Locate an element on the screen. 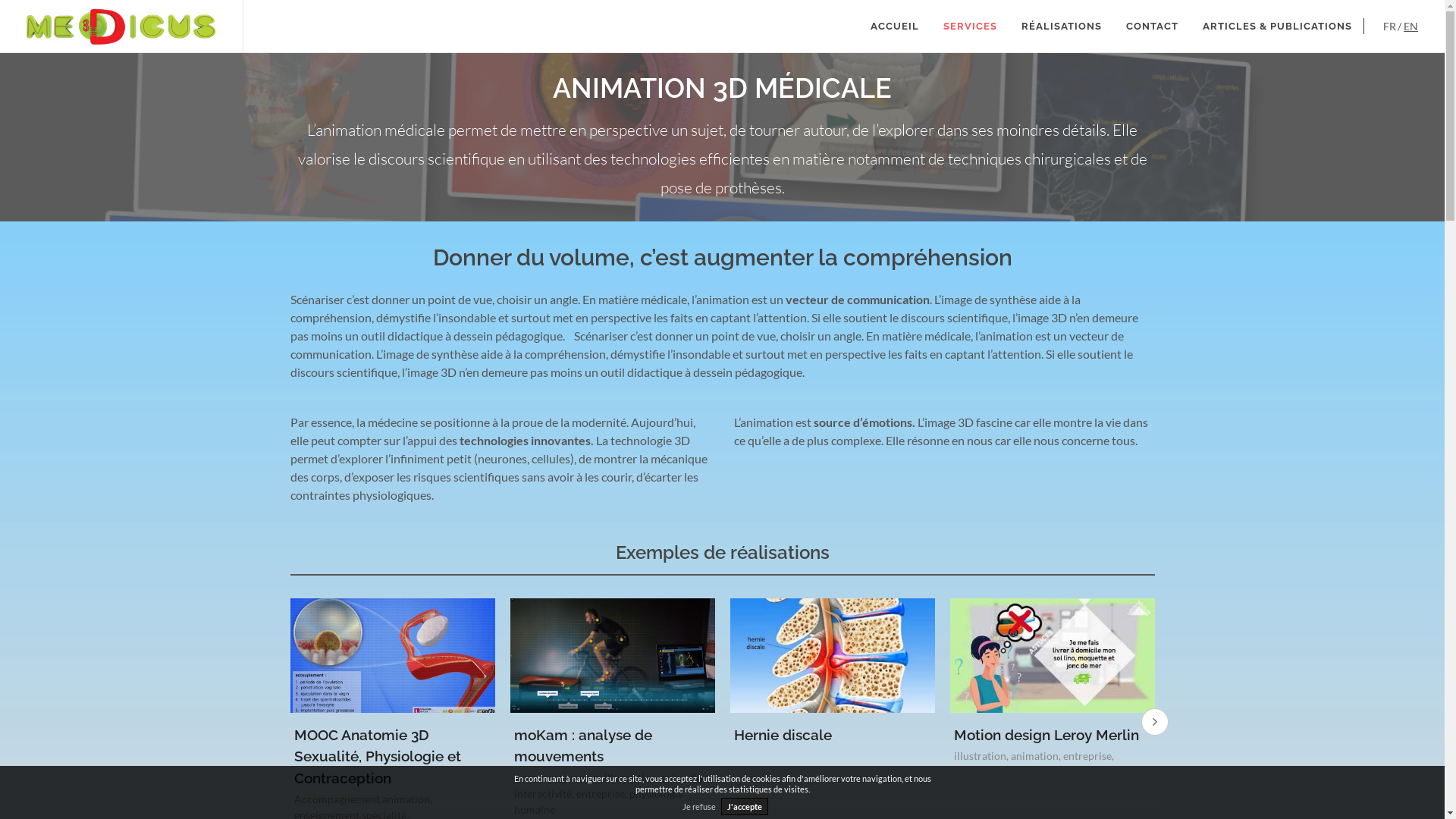  'physiologie humaine' is located at coordinates (598, 800).